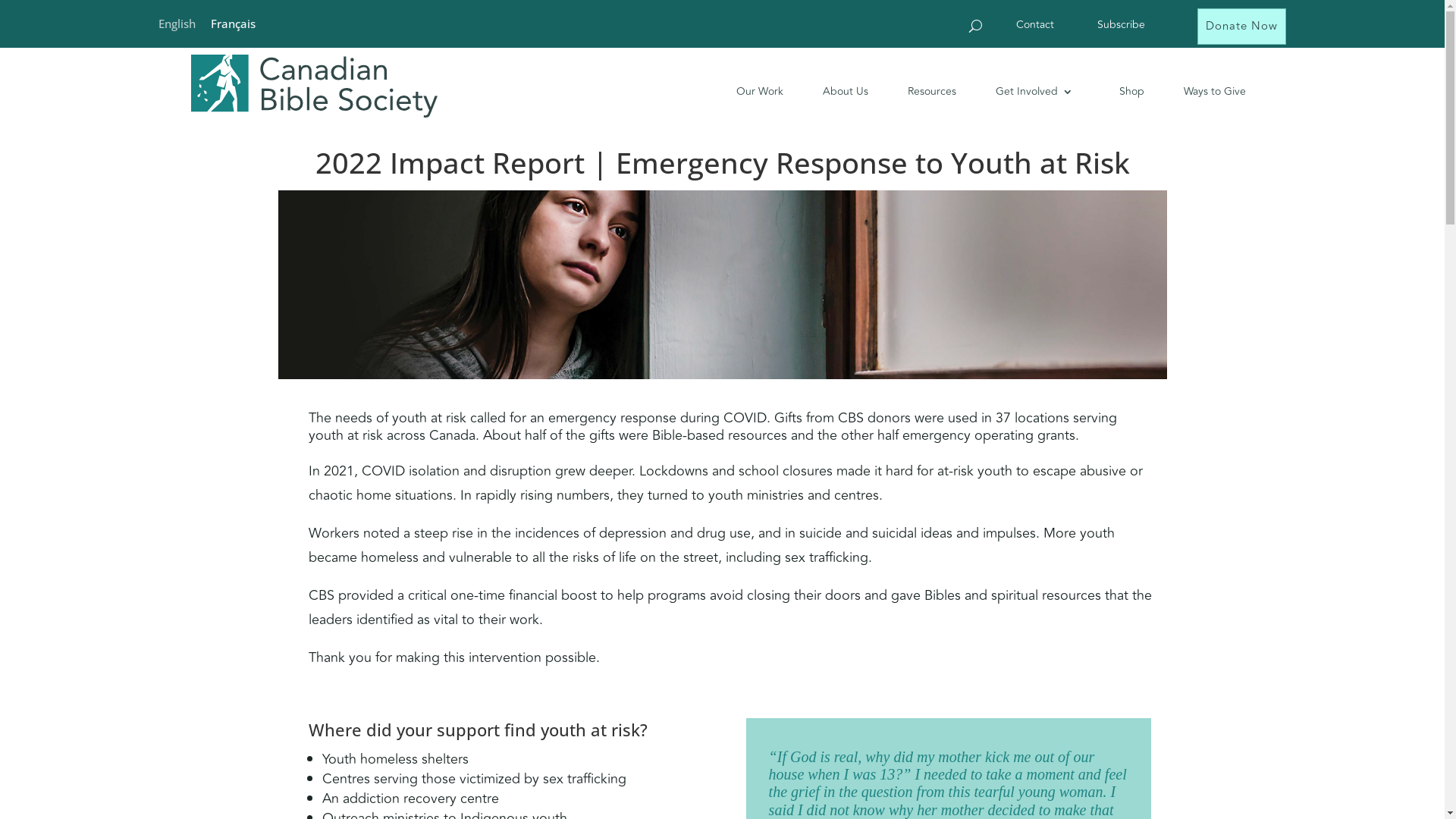  I want to click on 'Shop', so click(1120, 91).